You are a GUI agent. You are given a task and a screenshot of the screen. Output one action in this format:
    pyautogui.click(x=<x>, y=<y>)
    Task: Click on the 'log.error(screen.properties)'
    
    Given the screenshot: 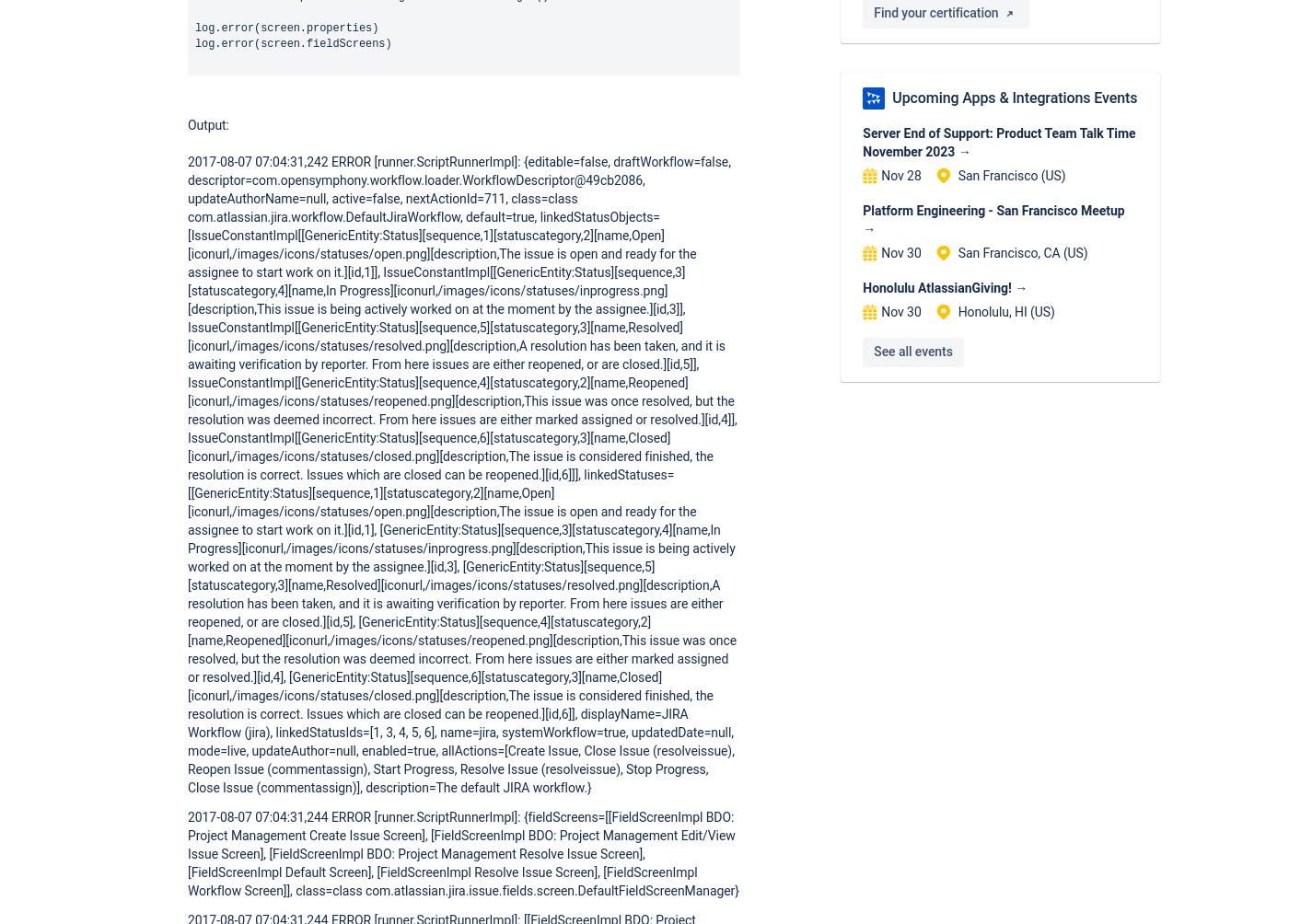 What is the action you would take?
    pyautogui.click(x=286, y=28)
    